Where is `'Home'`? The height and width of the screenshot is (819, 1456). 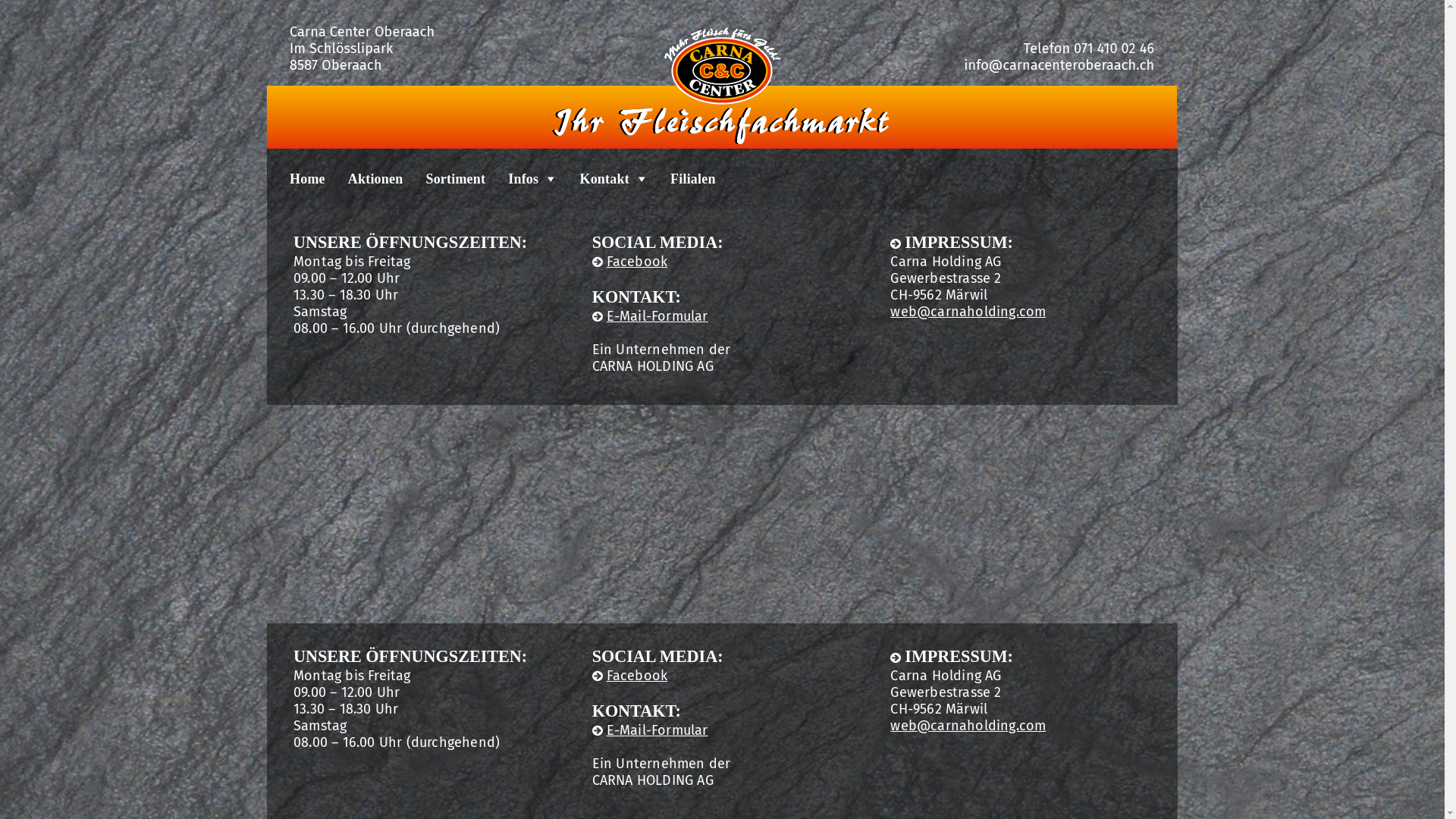 'Home' is located at coordinates (296, 177).